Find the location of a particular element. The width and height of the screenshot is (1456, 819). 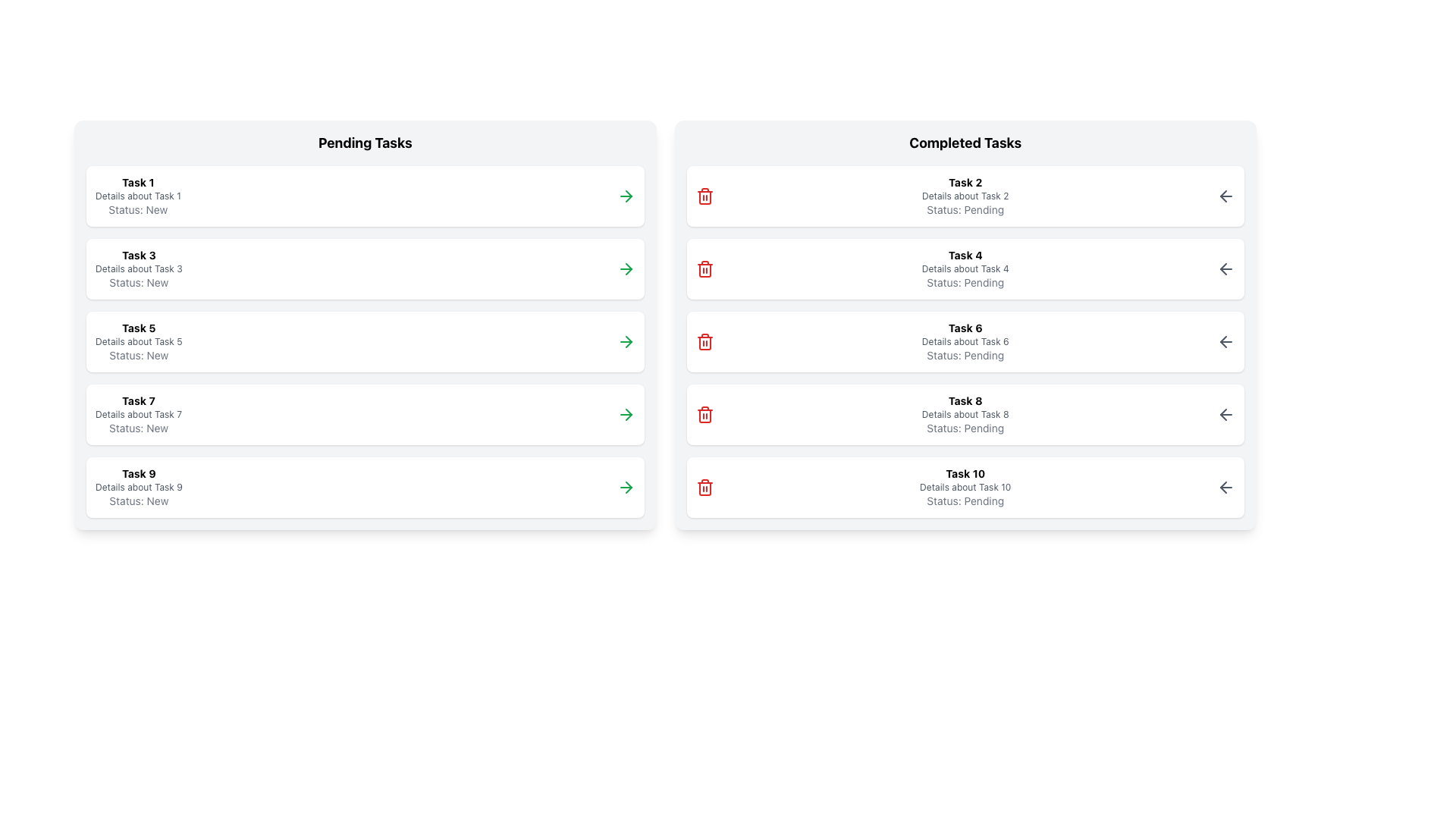

the list item displaying details of 'Task 5' is located at coordinates (365, 342).